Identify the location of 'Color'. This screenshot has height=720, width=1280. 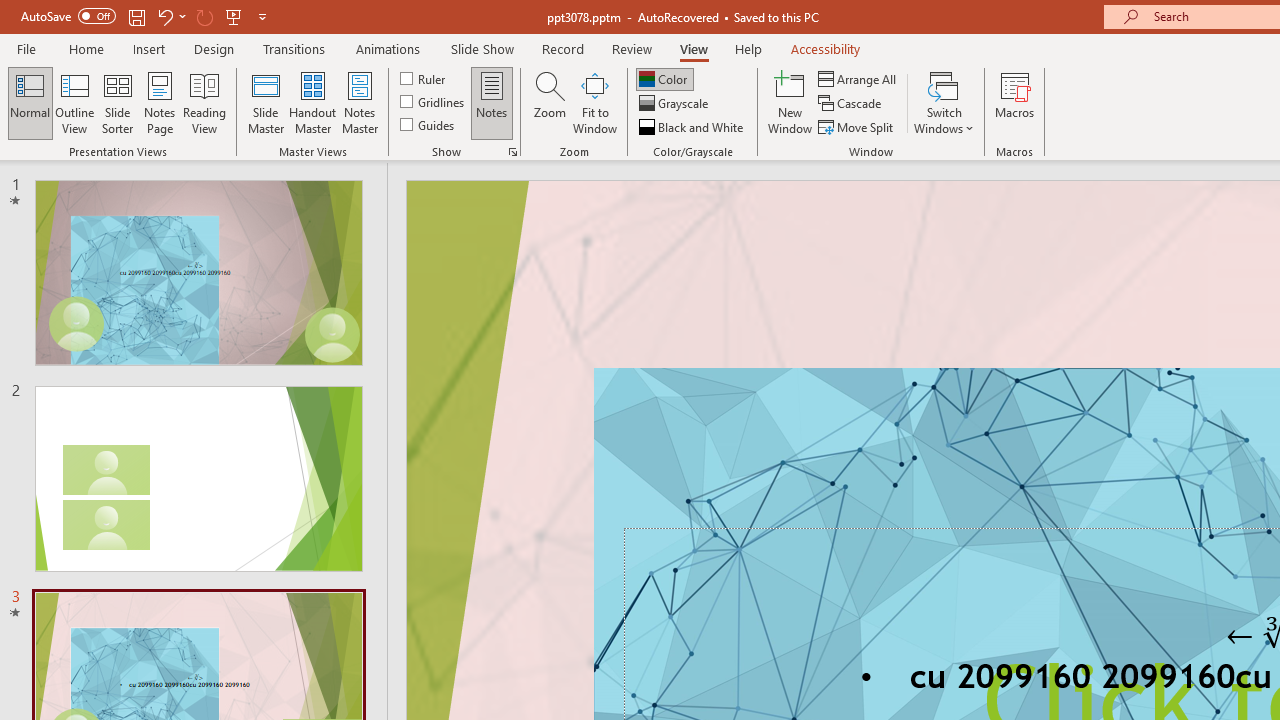
(664, 78).